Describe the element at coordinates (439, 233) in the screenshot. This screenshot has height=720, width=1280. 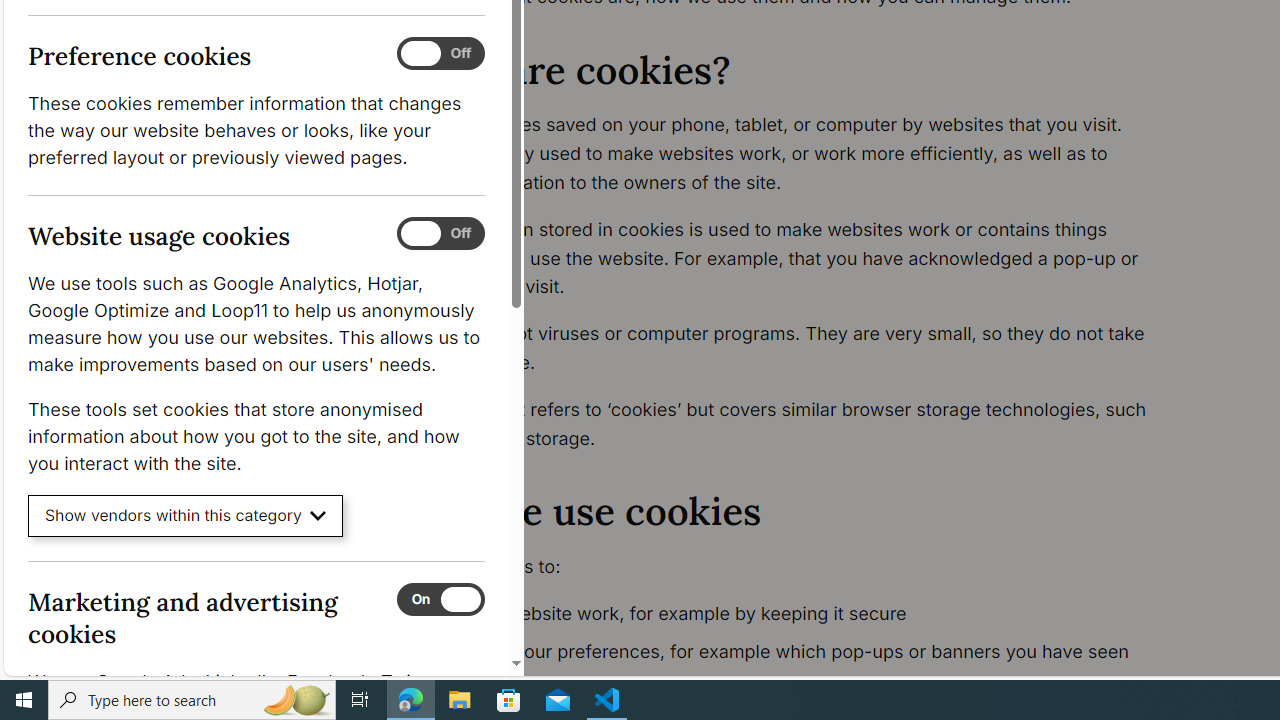
I see `'Website usage cookies'` at that location.